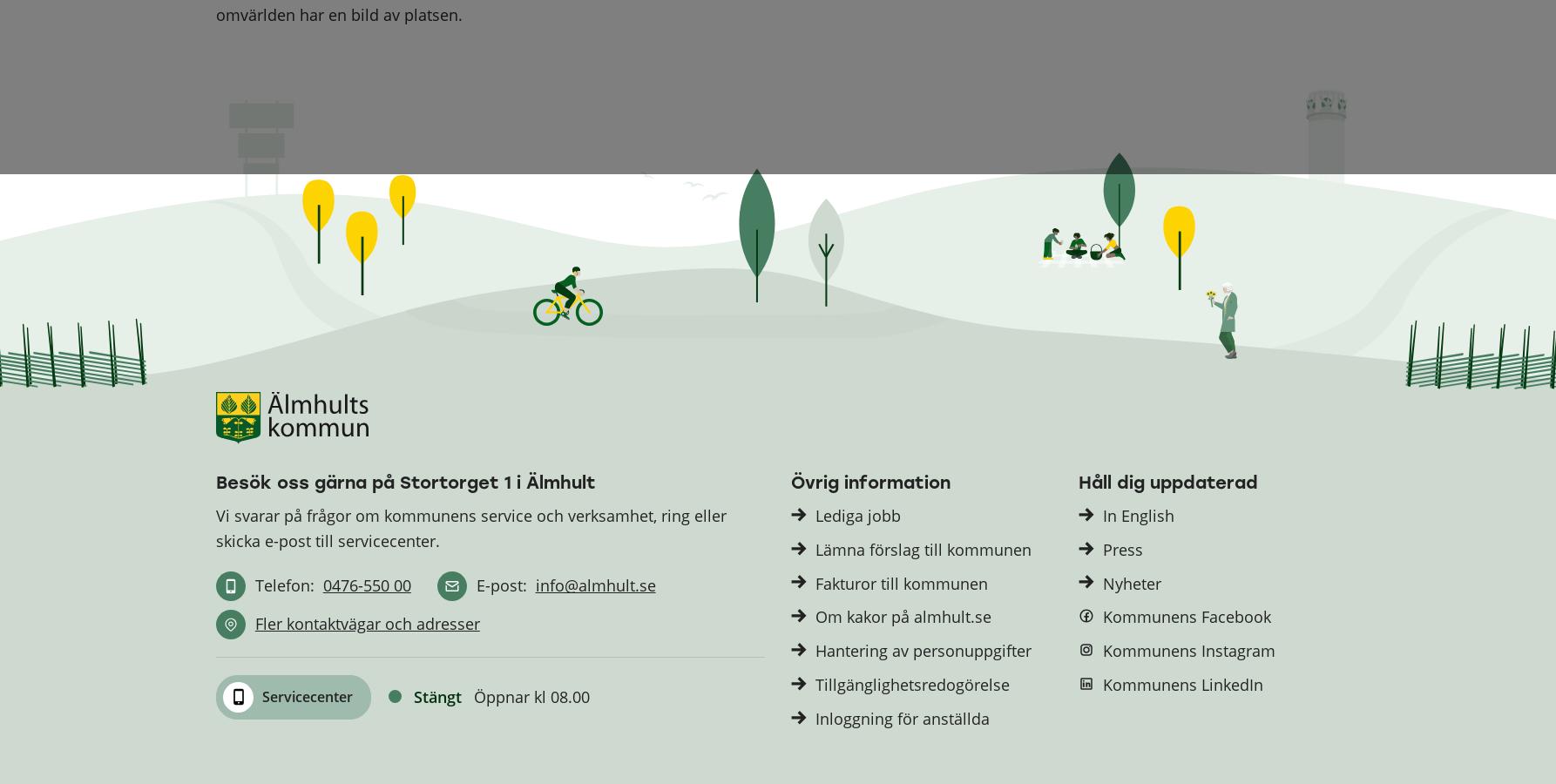 The image size is (1556, 784). I want to click on 'Hantering av personuppgifter', so click(922, 650).